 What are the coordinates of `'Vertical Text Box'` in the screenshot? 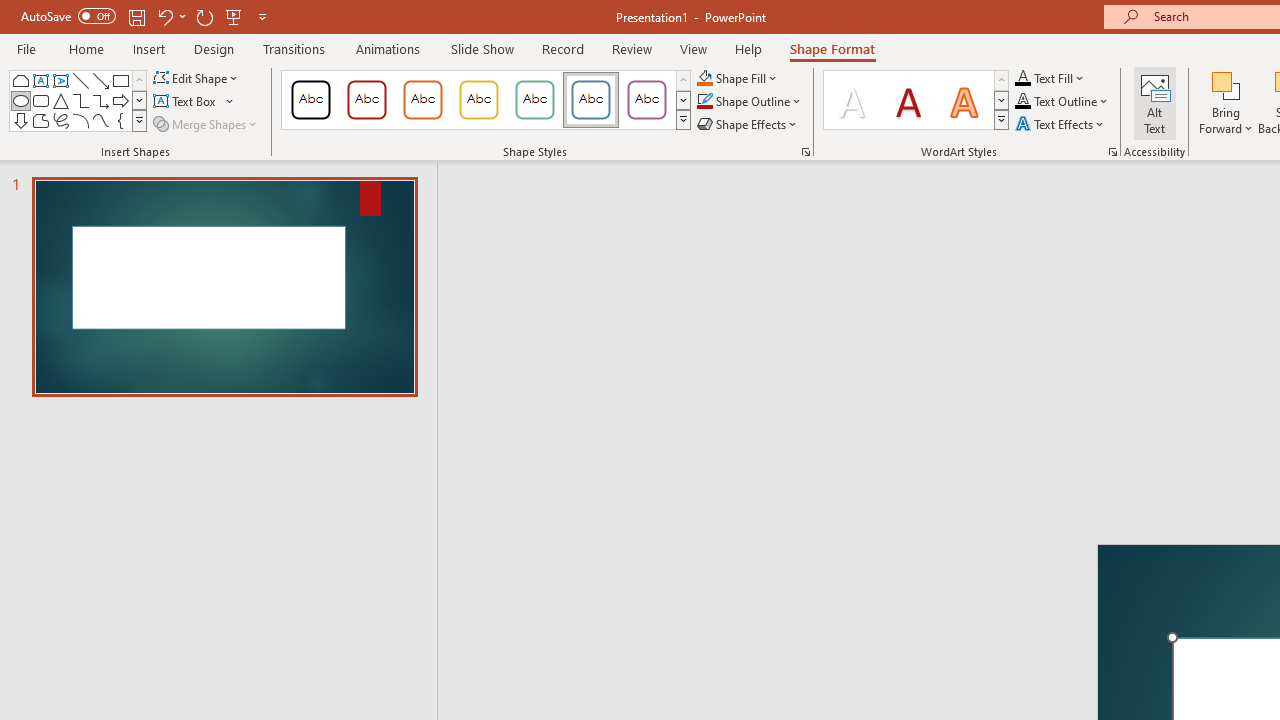 It's located at (60, 80).